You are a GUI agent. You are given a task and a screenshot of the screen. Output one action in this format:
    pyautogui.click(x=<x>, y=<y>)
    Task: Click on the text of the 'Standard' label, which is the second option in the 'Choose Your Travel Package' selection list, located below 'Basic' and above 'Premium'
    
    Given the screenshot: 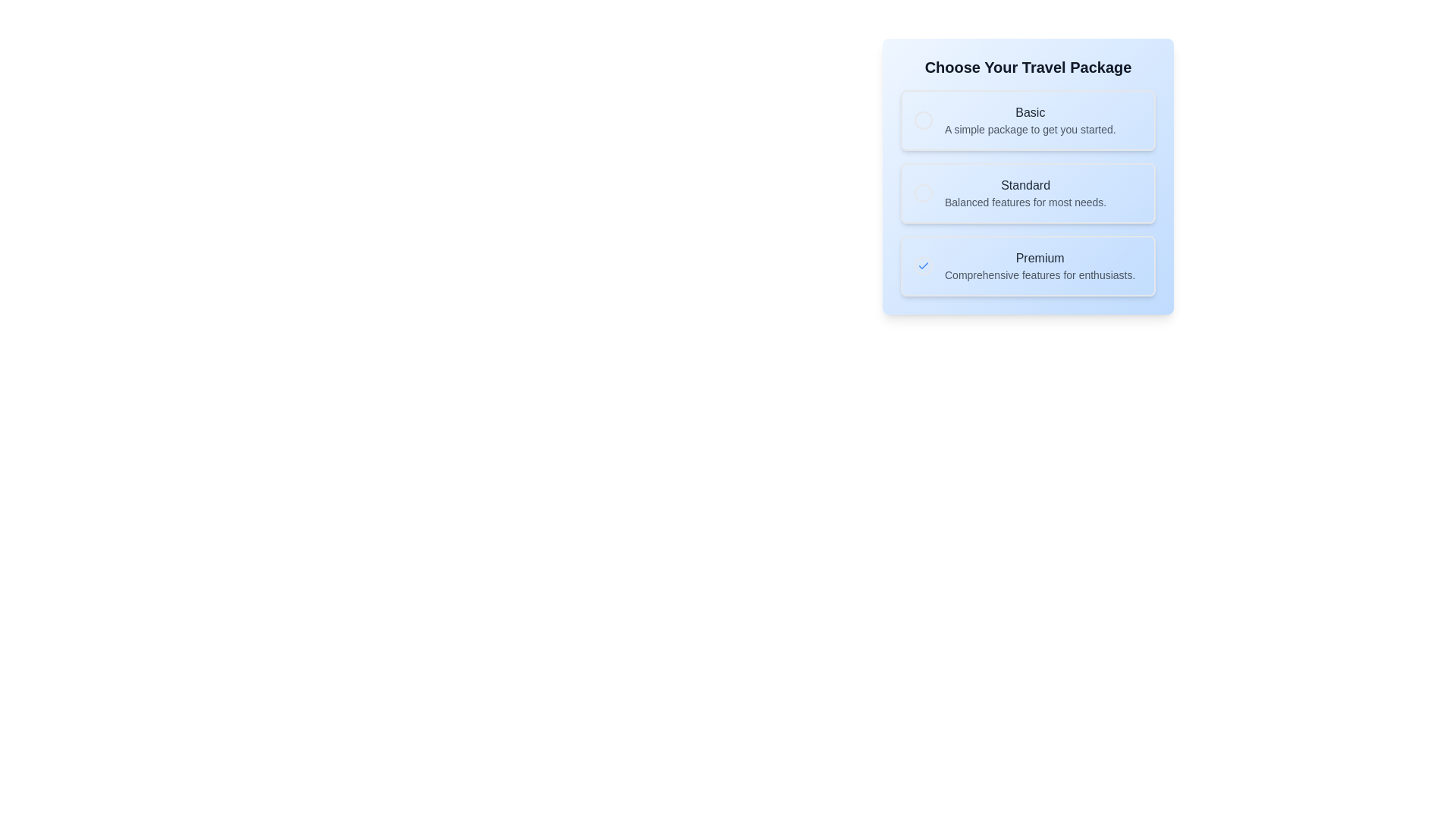 What is the action you would take?
    pyautogui.click(x=1025, y=192)
    